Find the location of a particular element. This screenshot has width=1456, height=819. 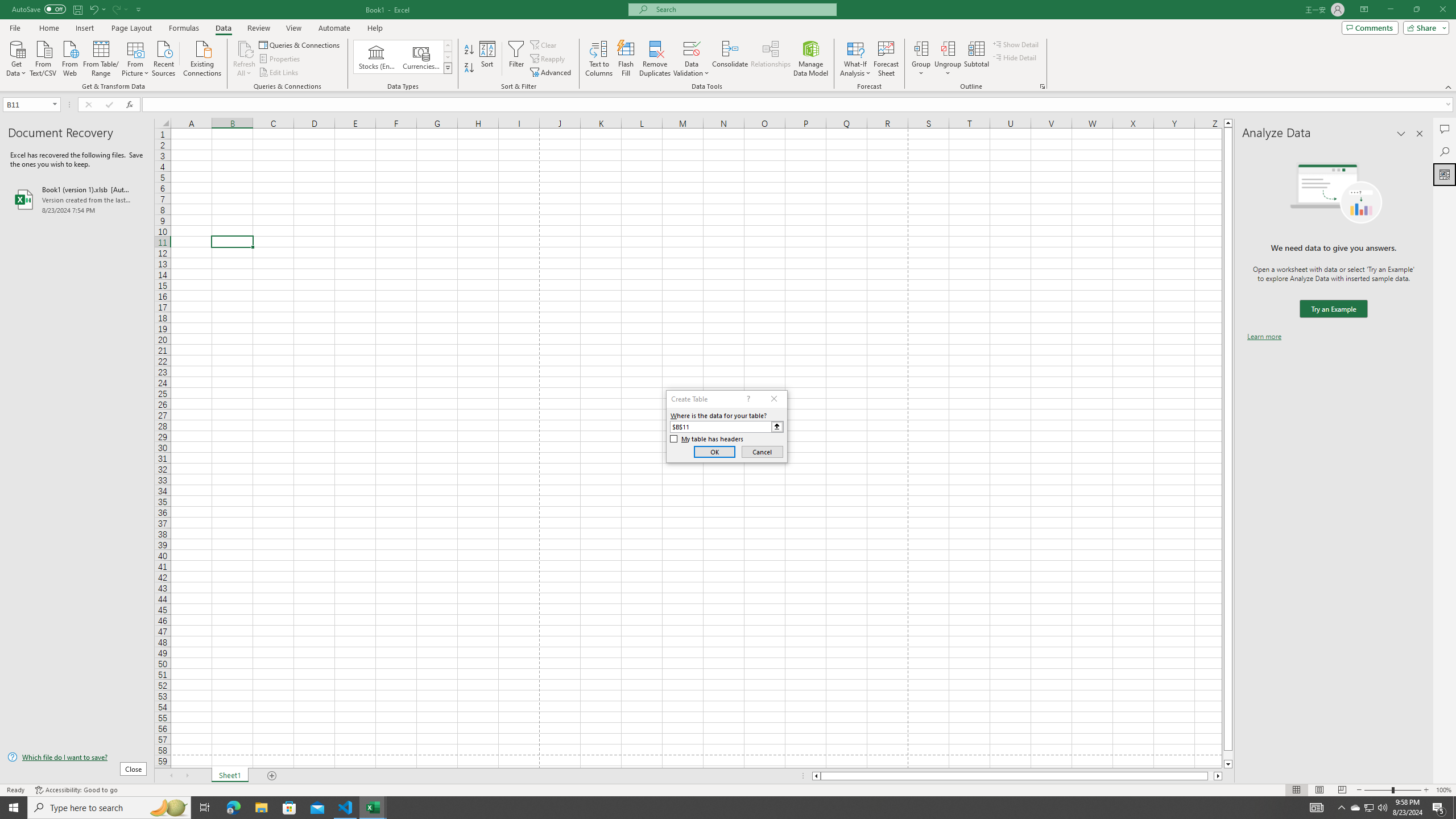

'We need data to give you answers. Try an Example' is located at coordinates (1333, 309).